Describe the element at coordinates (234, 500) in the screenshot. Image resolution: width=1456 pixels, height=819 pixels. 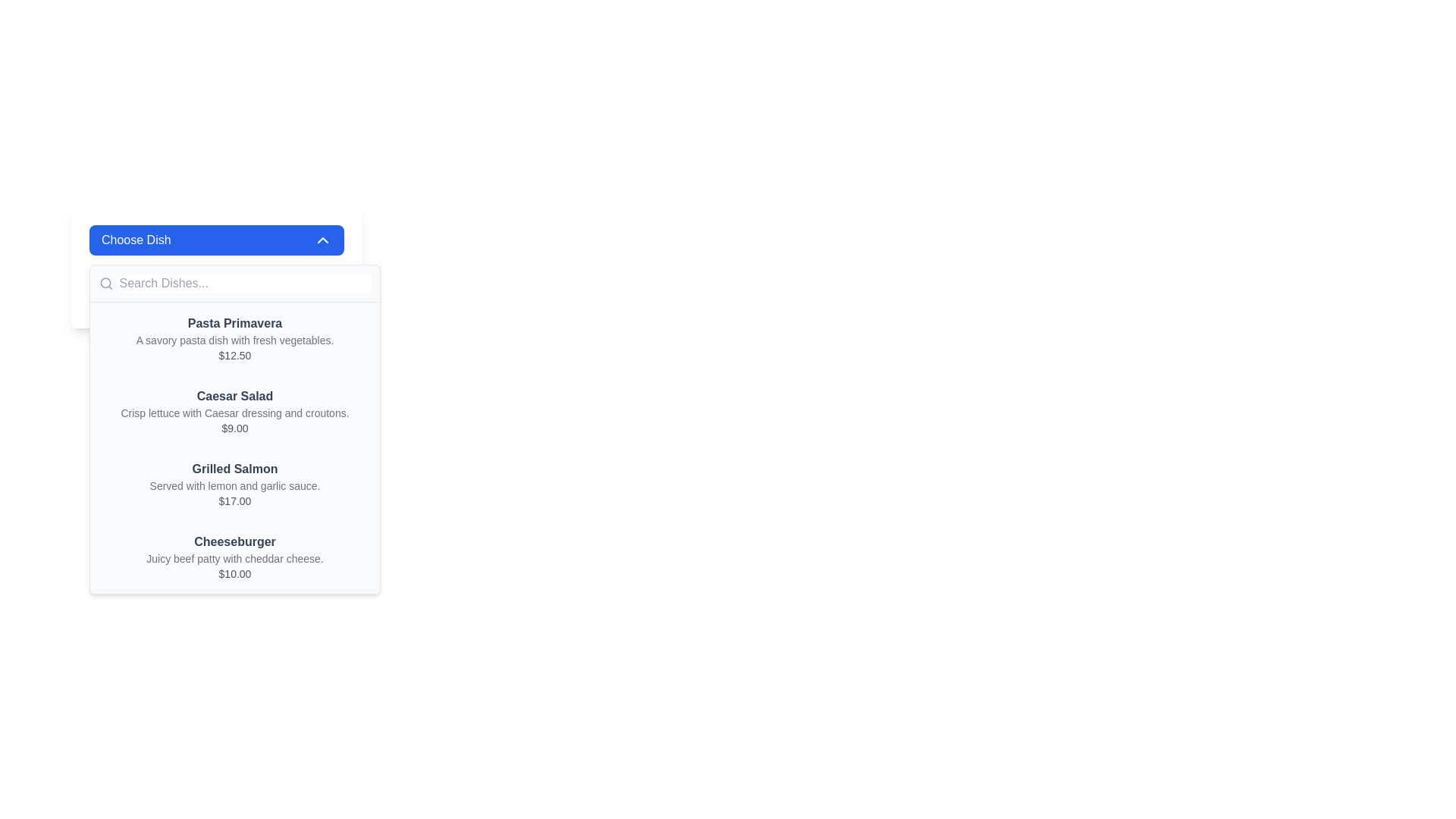
I see `displayed price of the dish labeled 'Grilled Salmon', which shows '$17.00' in muted gray color, located at the center of the menu list` at that location.